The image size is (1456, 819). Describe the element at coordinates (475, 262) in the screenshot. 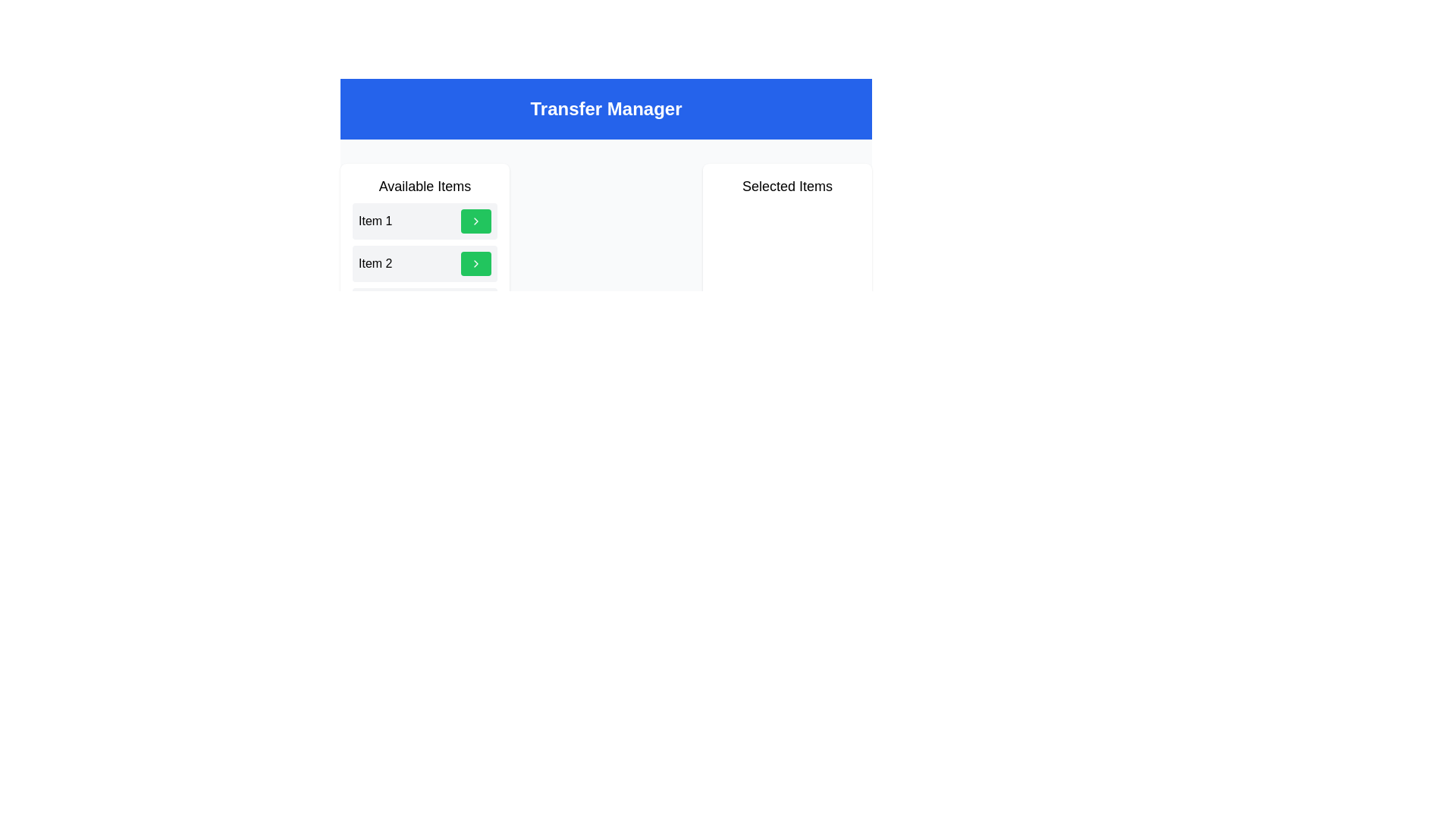

I see `the chevron icon integrated within the green button located to the right of the 'Item 2' in the 'Available Items' column` at that location.